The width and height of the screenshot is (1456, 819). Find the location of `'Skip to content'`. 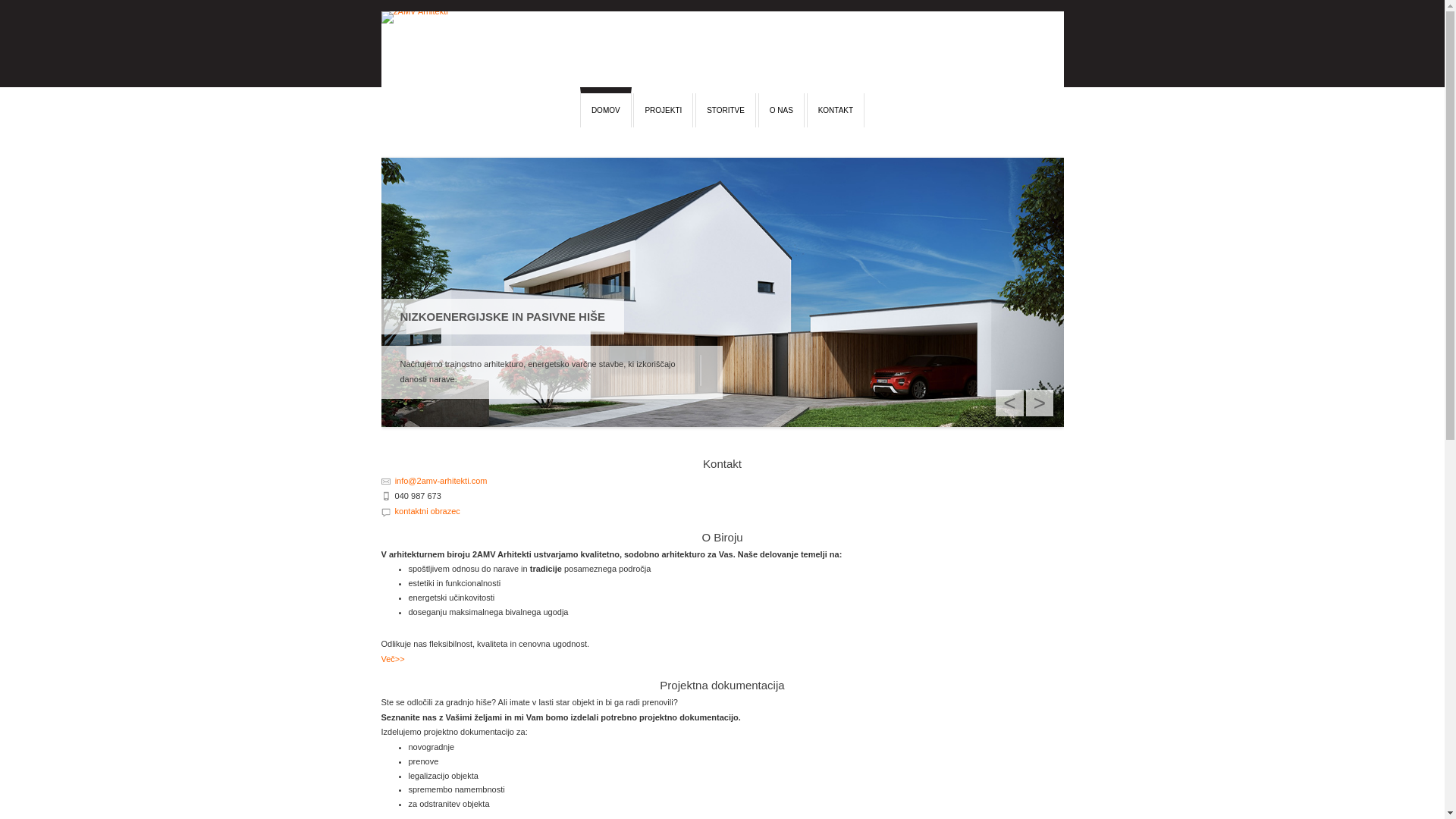

'Skip to content' is located at coordinates (381, 93).